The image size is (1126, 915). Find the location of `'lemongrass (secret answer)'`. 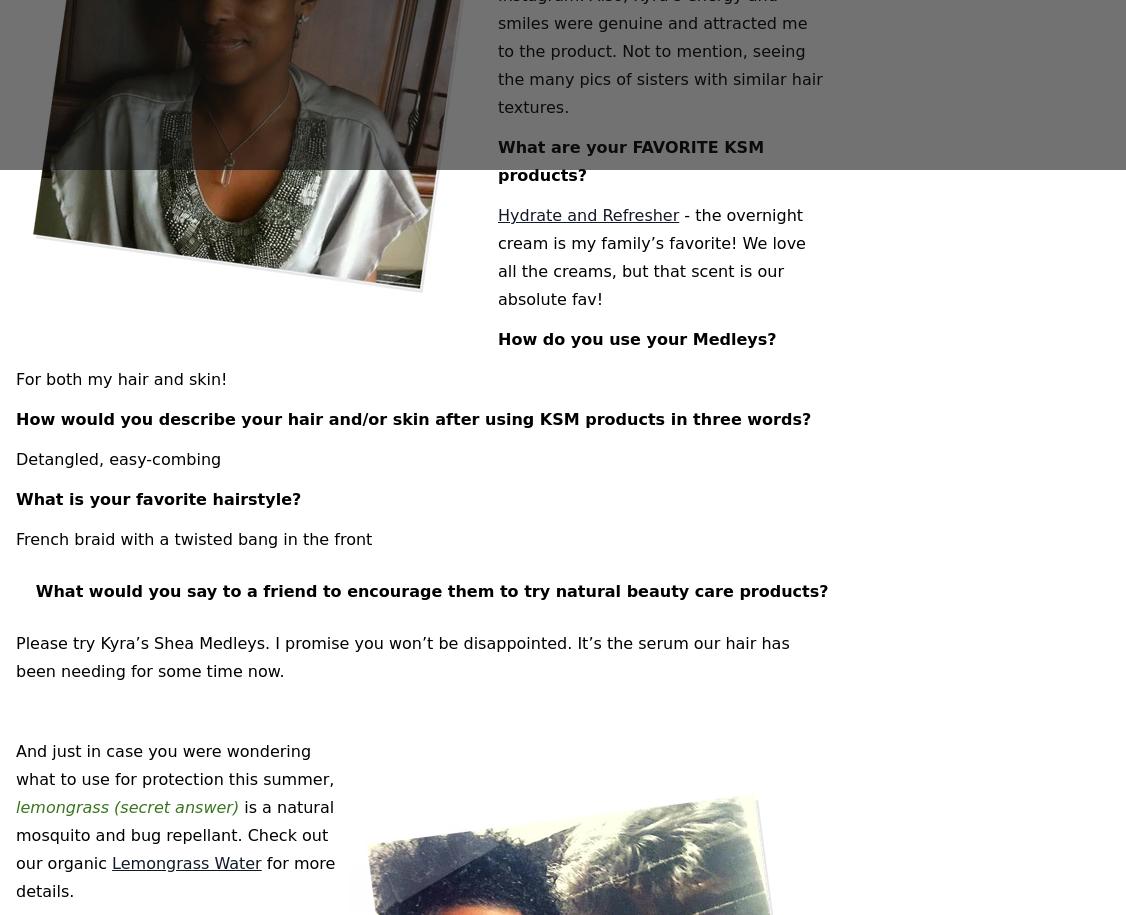

'lemongrass (secret answer)' is located at coordinates (127, 806).